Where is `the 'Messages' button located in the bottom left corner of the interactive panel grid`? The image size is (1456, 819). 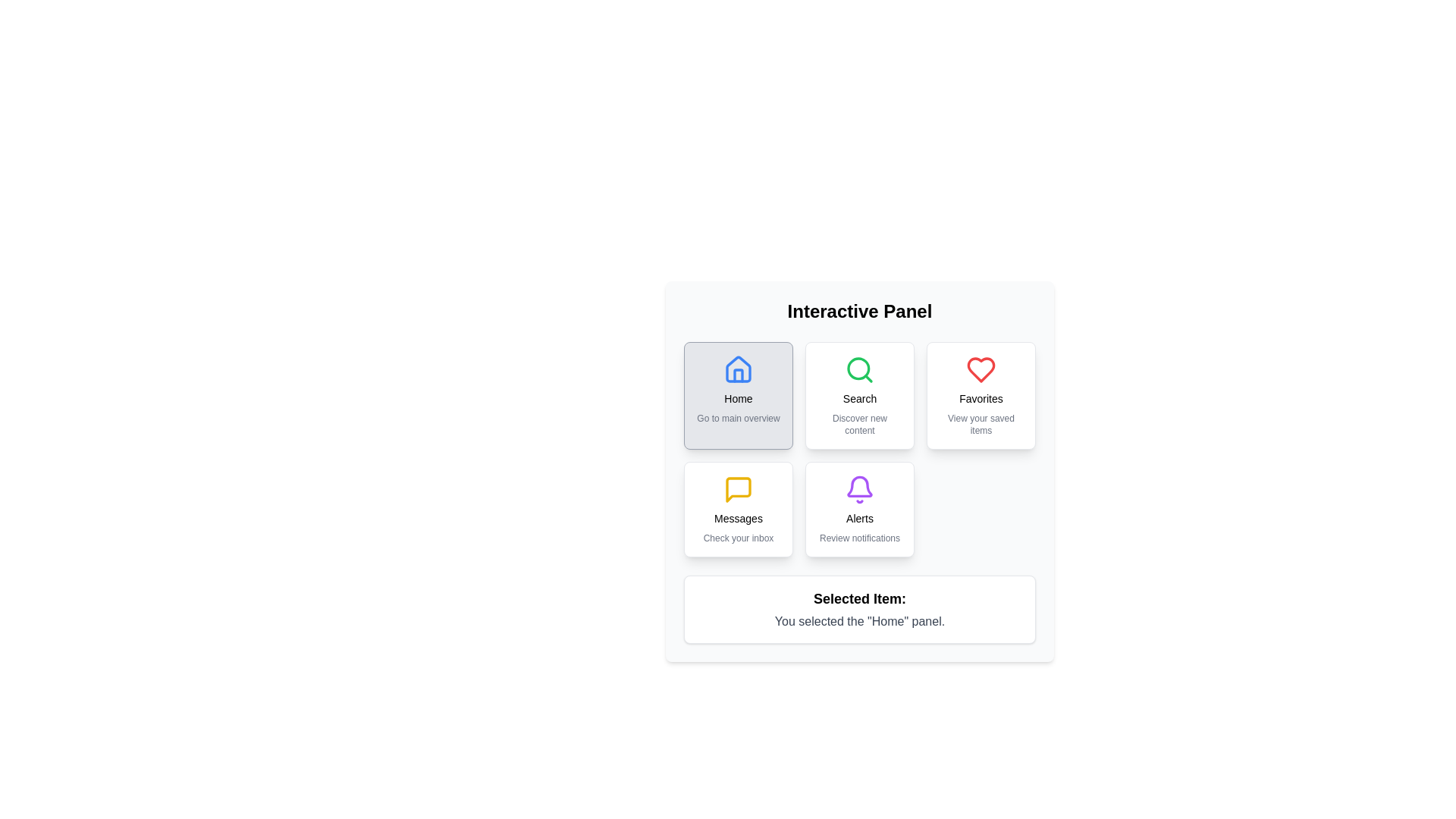
the 'Messages' button located in the bottom left corner of the interactive panel grid is located at coordinates (739, 509).